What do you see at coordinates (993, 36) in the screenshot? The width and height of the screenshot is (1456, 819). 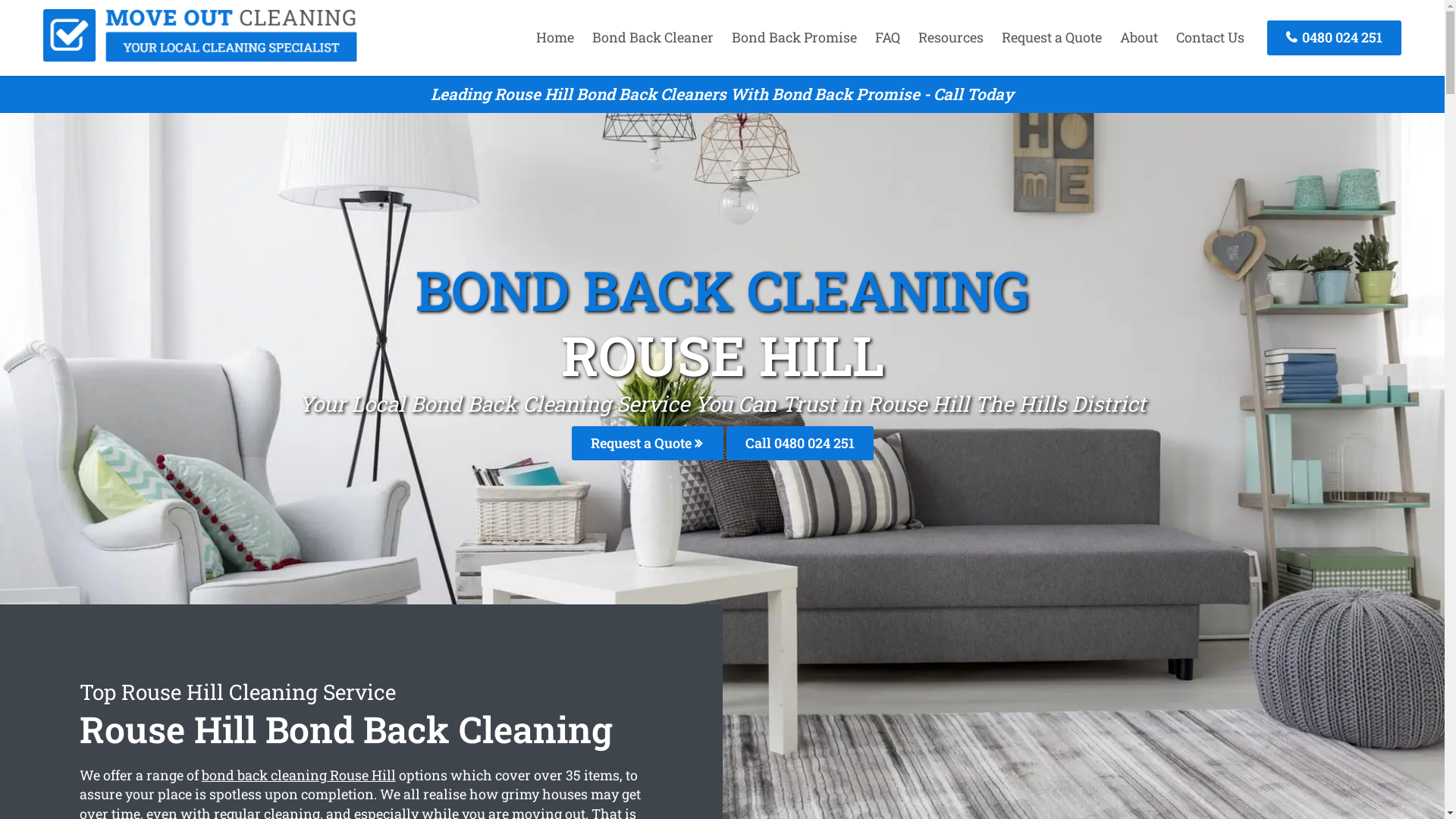 I see `'Request a Quote'` at bounding box center [993, 36].